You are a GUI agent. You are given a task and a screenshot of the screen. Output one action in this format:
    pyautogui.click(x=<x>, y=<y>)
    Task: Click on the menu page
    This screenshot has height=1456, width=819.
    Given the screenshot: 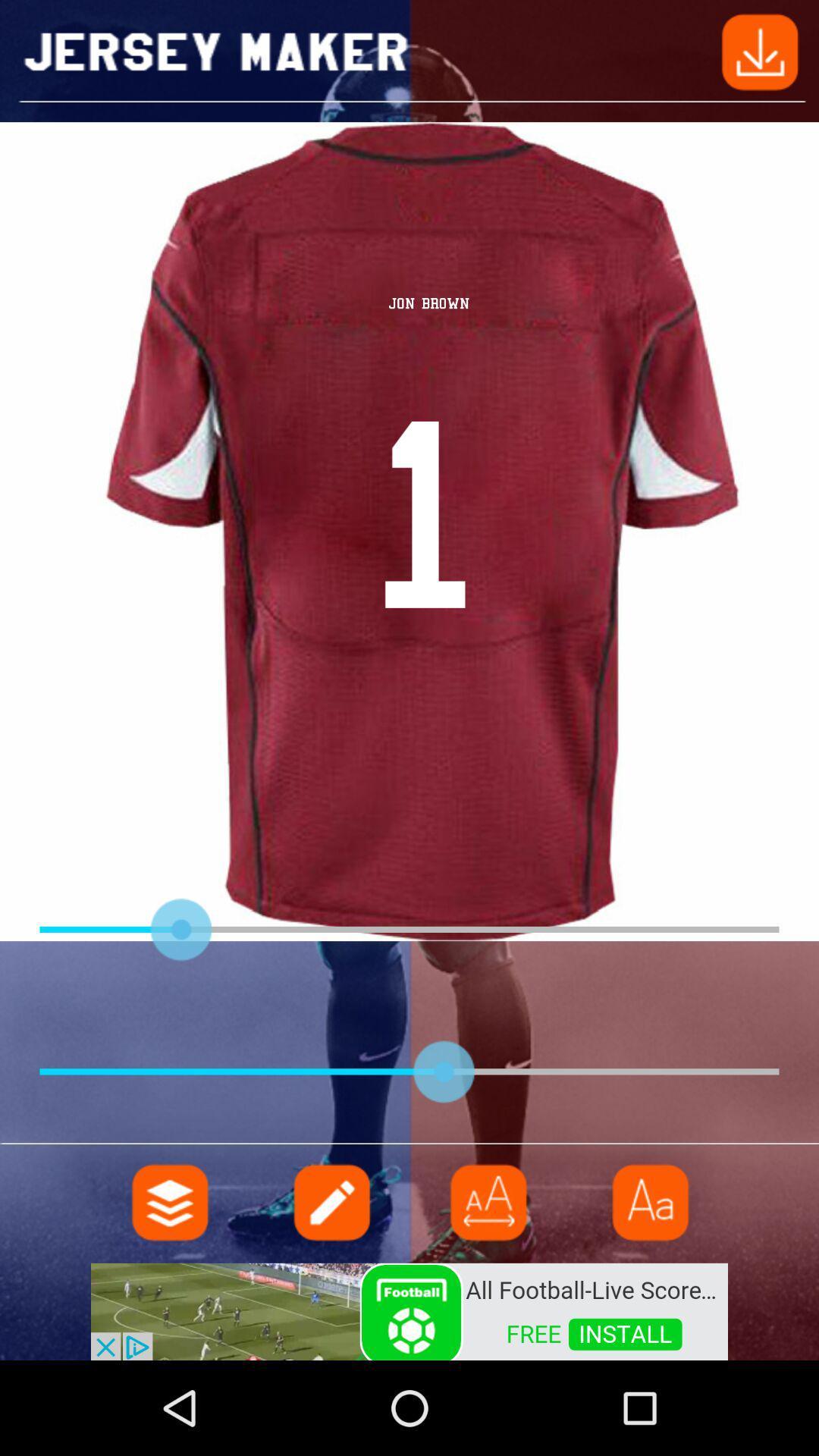 What is the action you would take?
    pyautogui.click(x=488, y=1201)
    